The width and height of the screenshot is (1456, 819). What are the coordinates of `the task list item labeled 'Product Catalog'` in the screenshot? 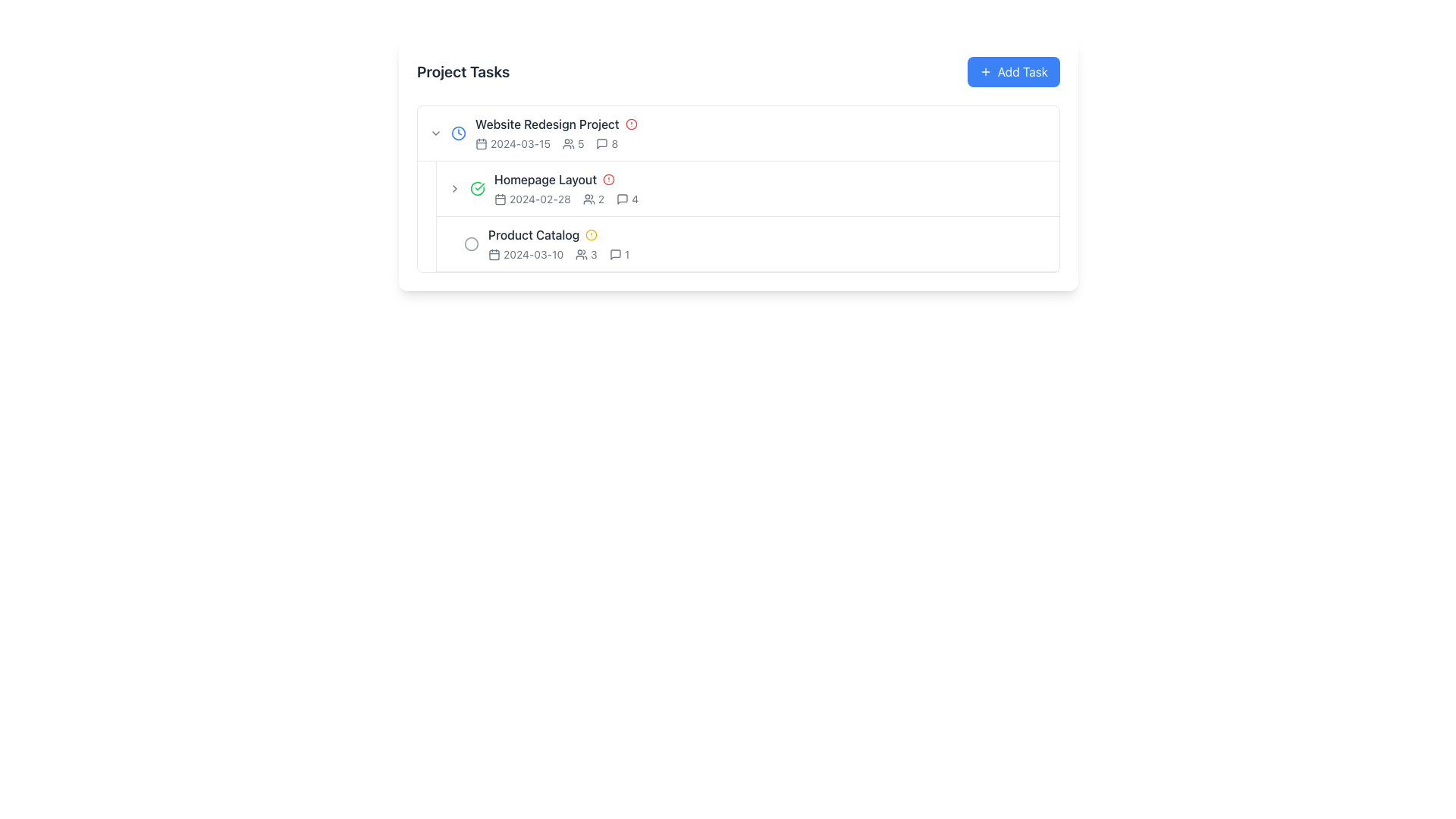 It's located at (748, 243).